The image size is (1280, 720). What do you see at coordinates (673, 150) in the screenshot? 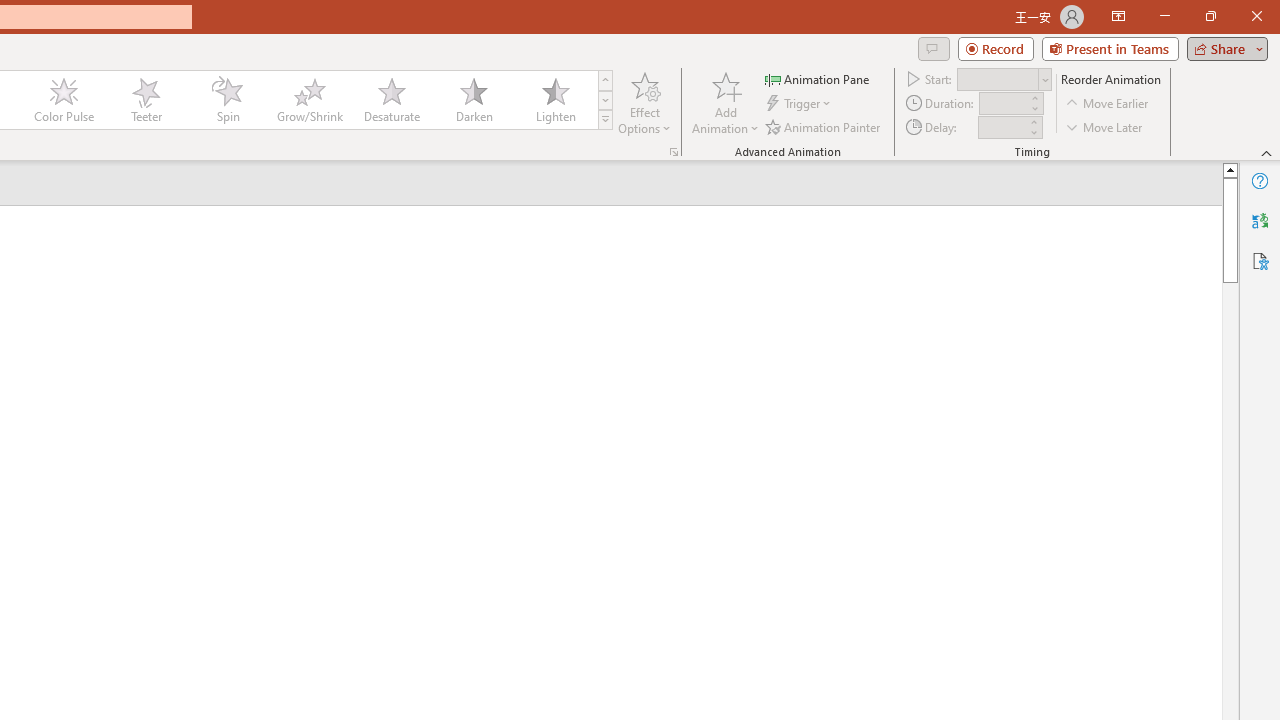
I see `'More Options...'` at bounding box center [673, 150].